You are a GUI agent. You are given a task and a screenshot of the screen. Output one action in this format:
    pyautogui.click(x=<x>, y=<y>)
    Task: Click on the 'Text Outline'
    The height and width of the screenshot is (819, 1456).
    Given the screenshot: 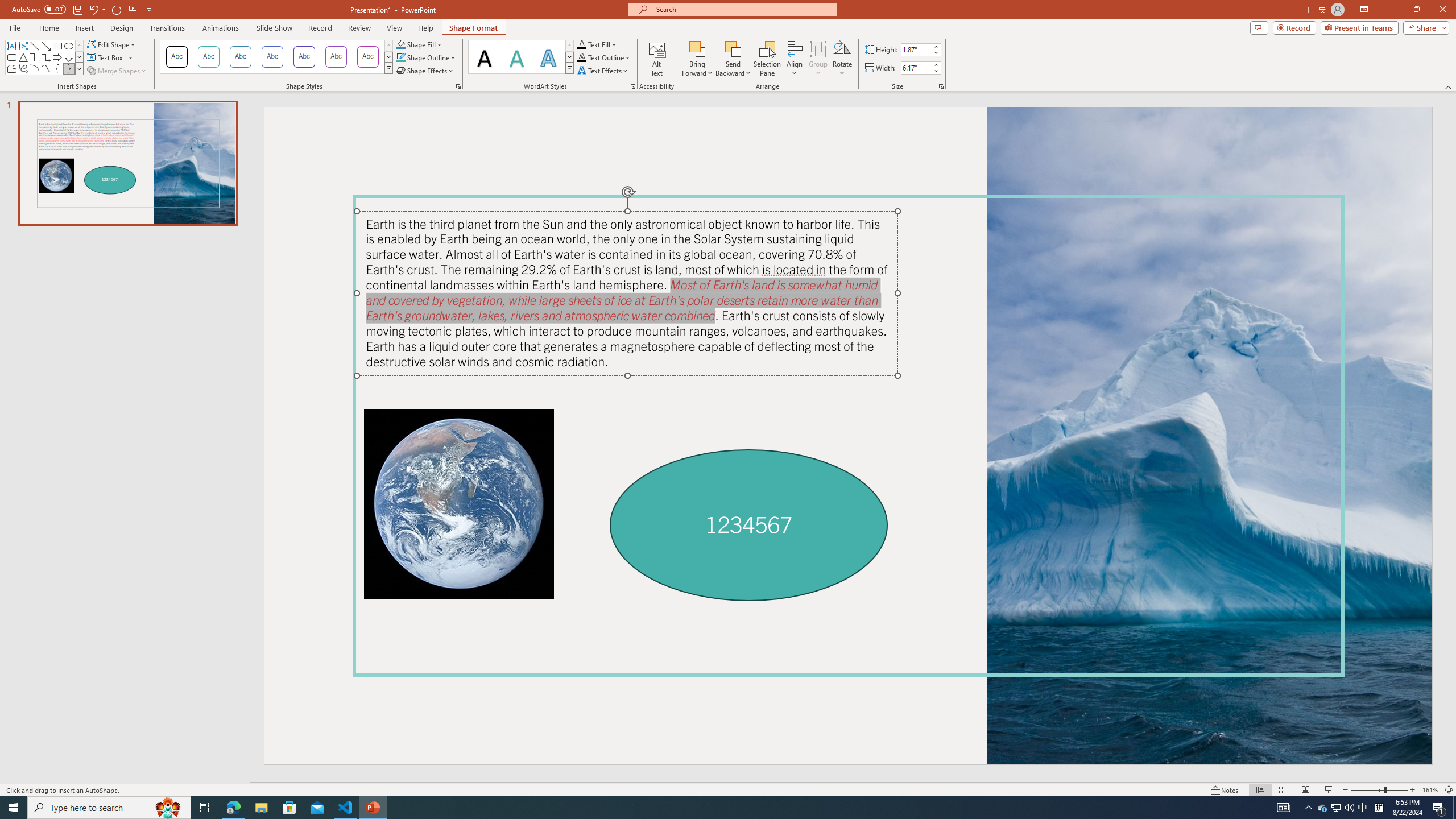 What is the action you would take?
    pyautogui.click(x=603, y=56)
    